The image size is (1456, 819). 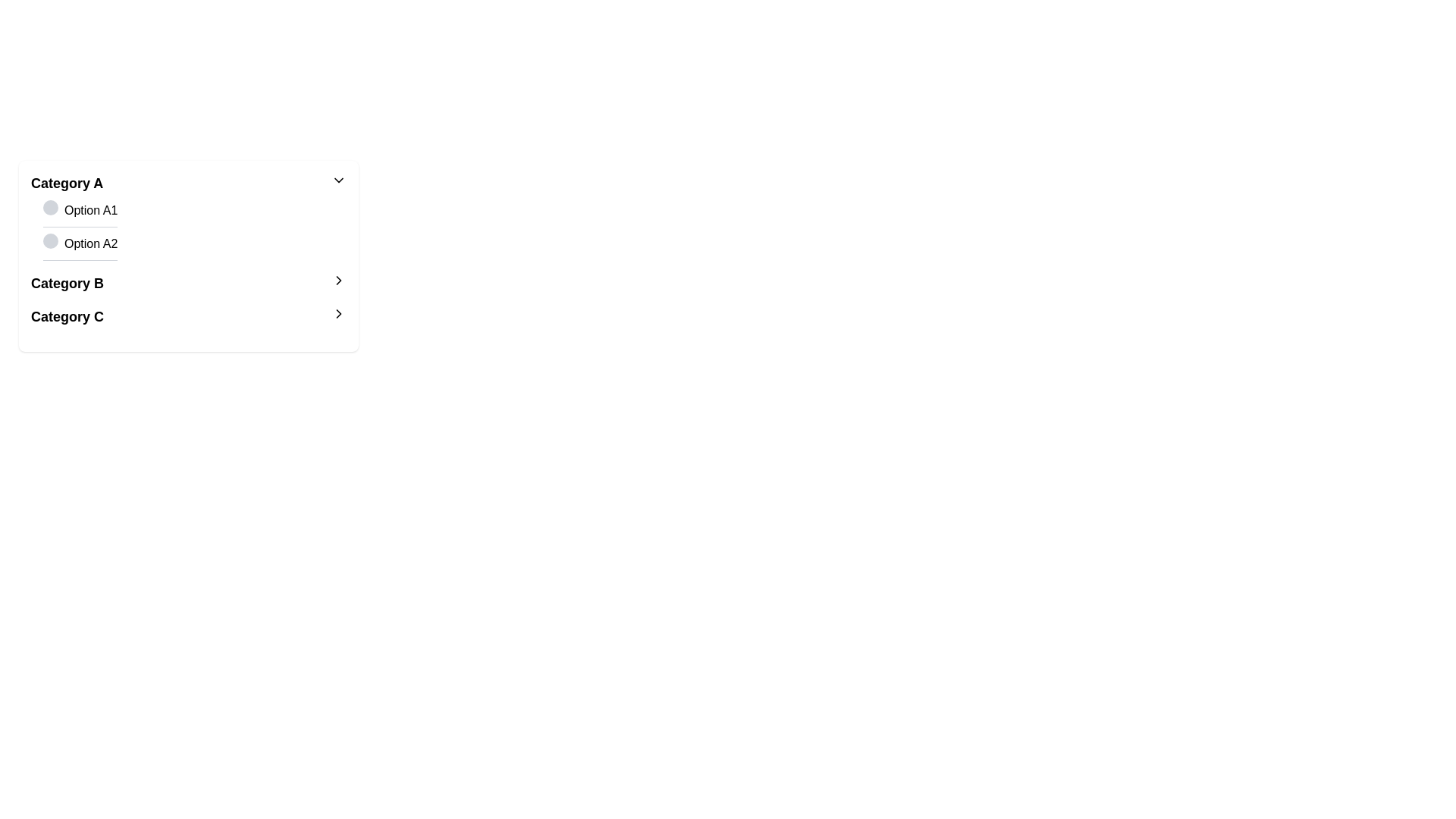 What do you see at coordinates (80, 213) in the screenshot?
I see `the topmost selectable option within the 'Category A' section of the menu` at bounding box center [80, 213].